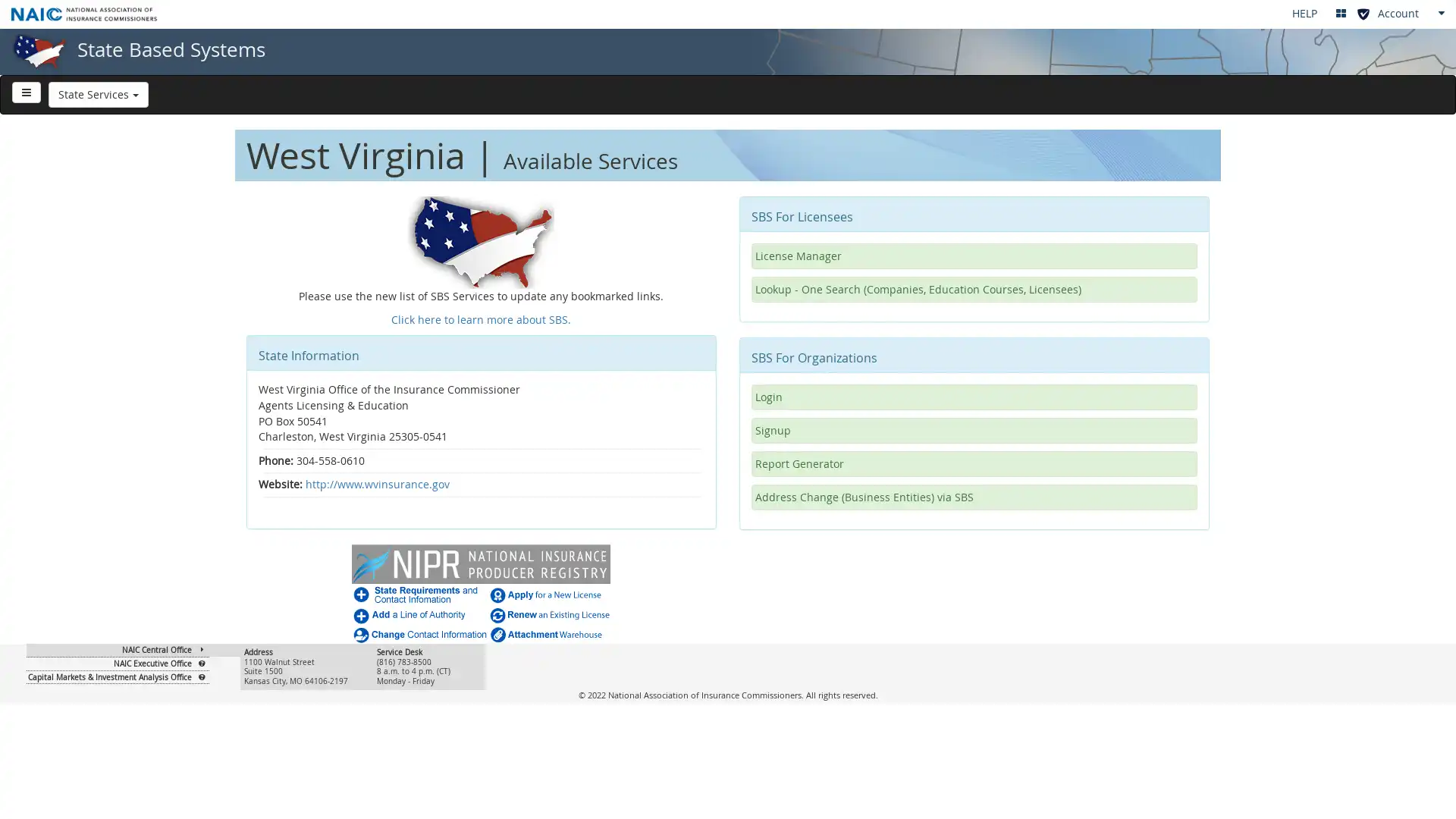  Describe the element at coordinates (97, 93) in the screenshot. I see `State Services` at that location.